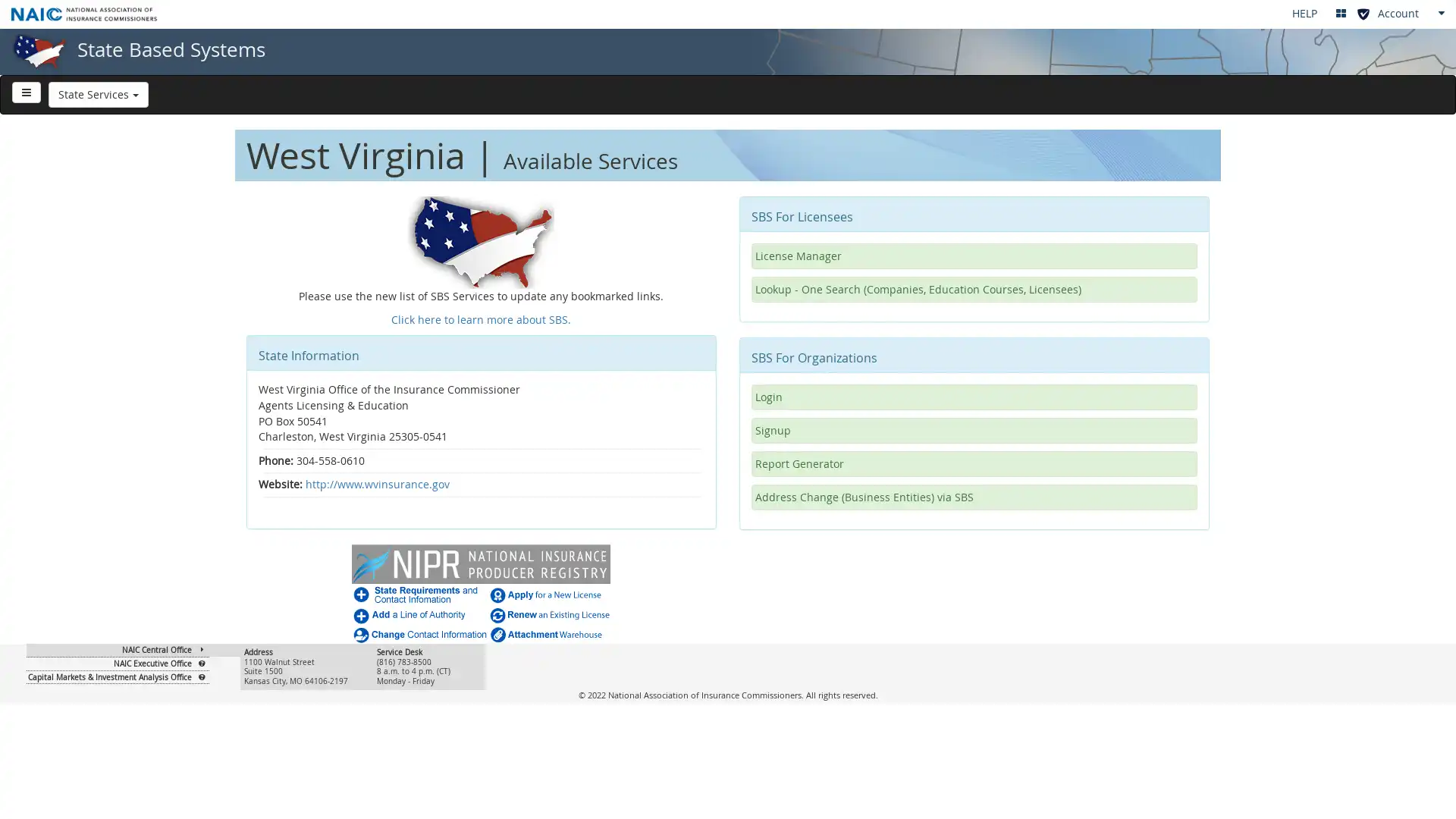  Describe the element at coordinates (97, 93) in the screenshot. I see `State Services` at that location.